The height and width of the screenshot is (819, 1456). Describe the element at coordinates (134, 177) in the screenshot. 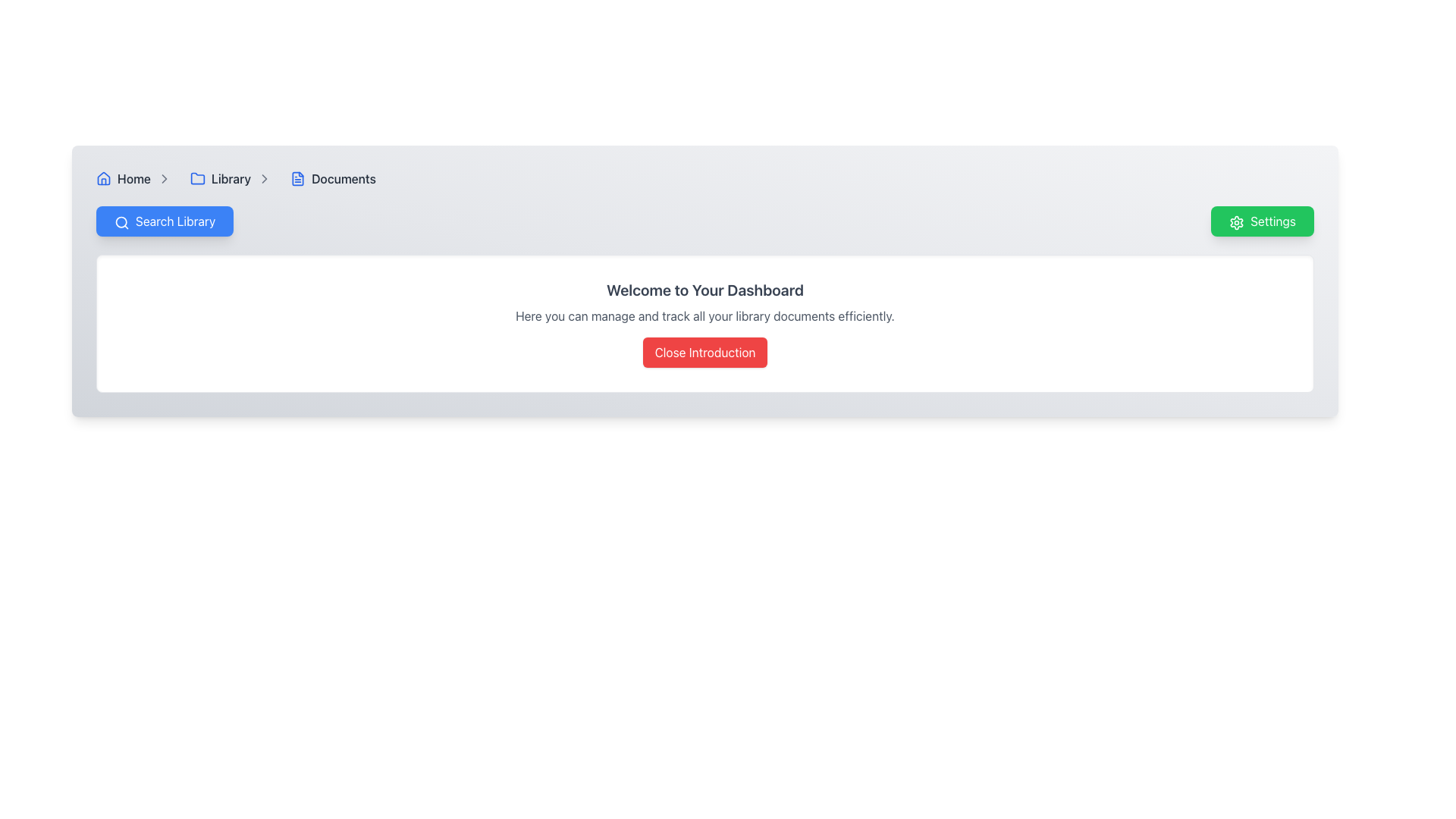

I see `the homepage navigation link in the breadcrumb navigation bar to change its color` at that location.